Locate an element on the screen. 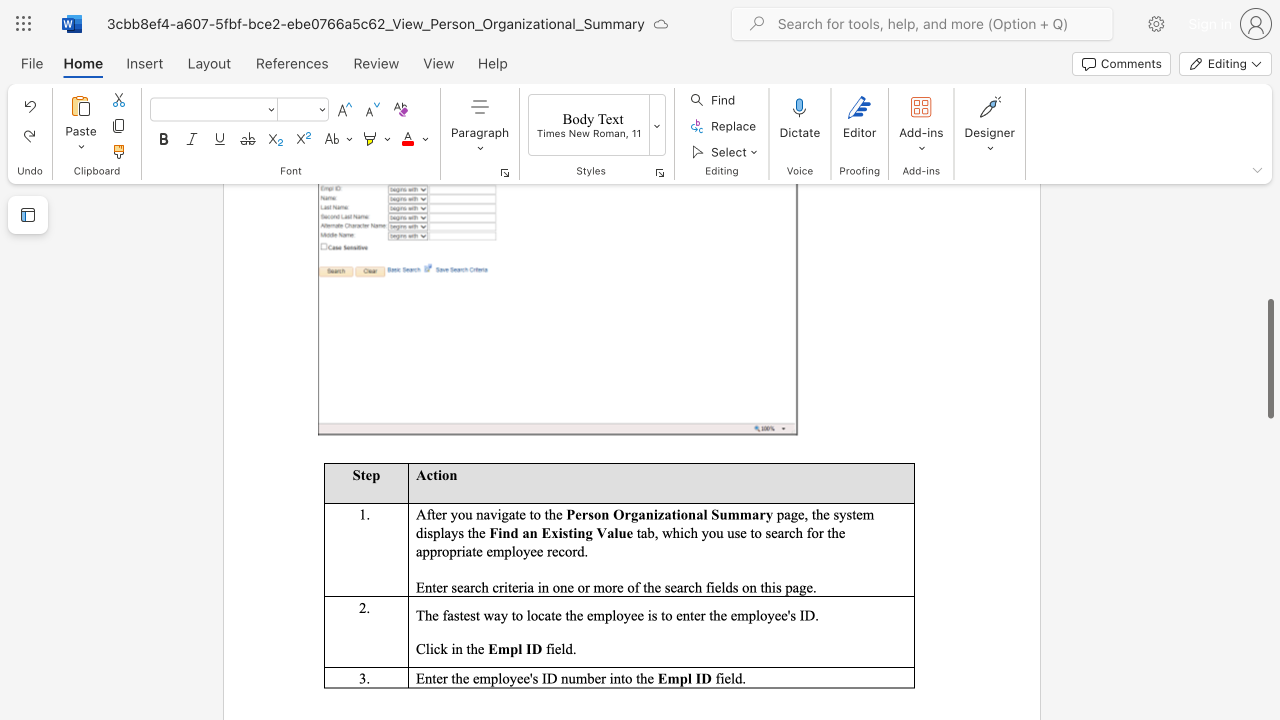 The height and width of the screenshot is (720, 1280). the subset text "er you navigate t" within the text "After you navigate to the" is located at coordinates (434, 513).